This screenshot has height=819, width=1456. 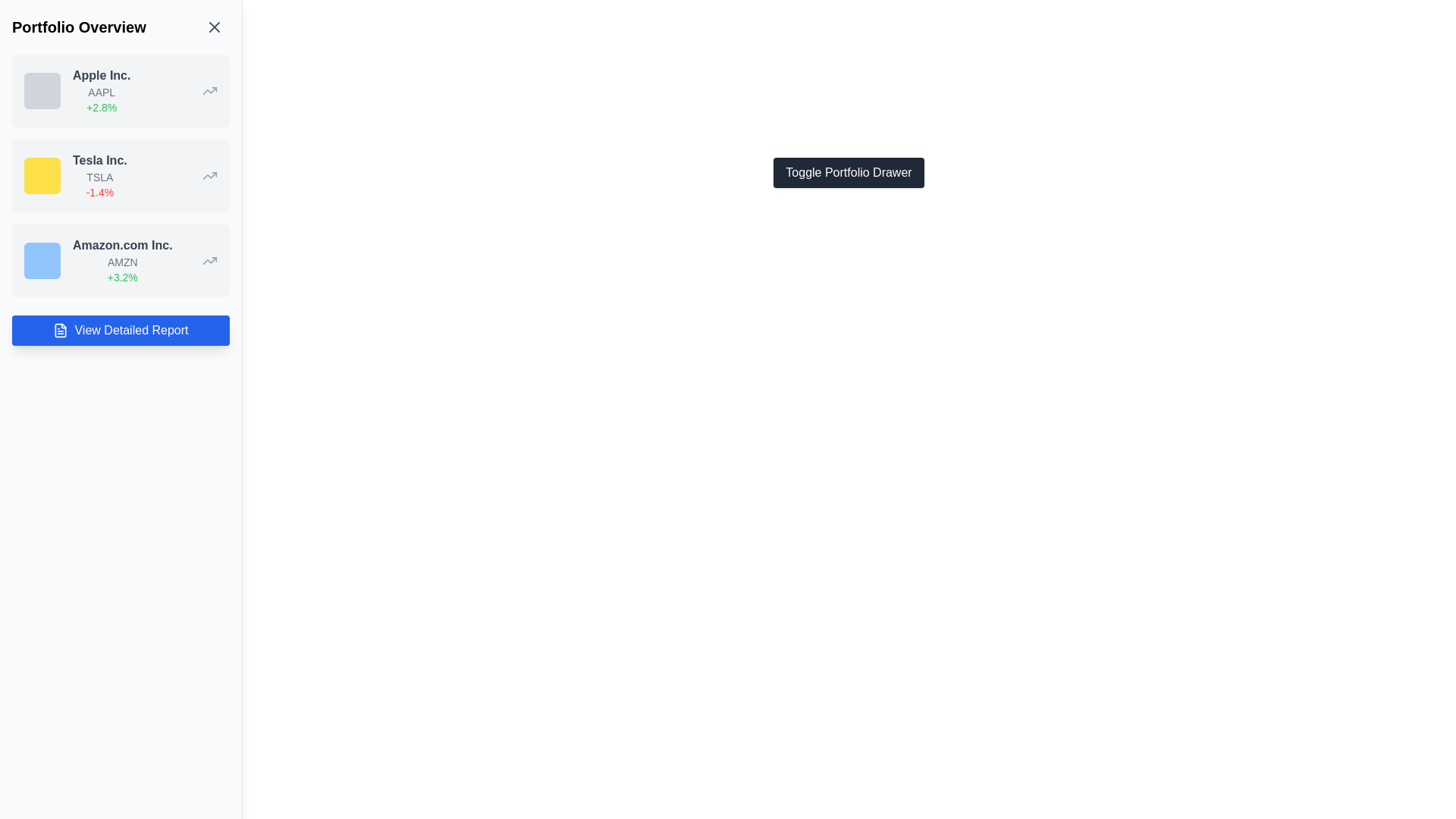 What do you see at coordinates (61, 329) in the screenshot?
I see `the icon that decorates the button associated with file or document-related actions, positioned to the left of the text 'View Detailed Report'` at bounding box center [61, 329].